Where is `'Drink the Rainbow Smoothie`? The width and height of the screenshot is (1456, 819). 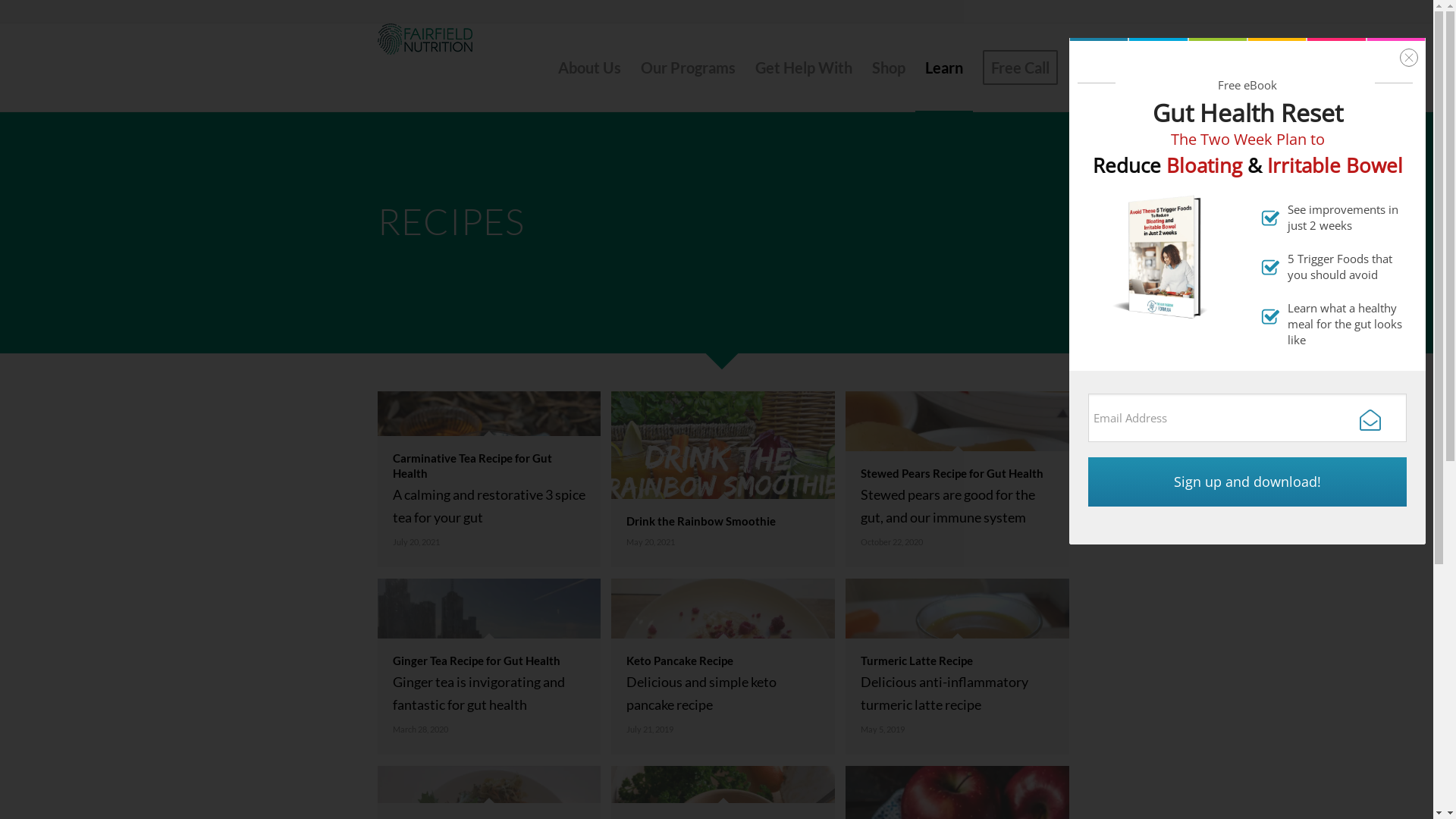 'Drink the Rainbow Smoothie is located at coordinates (728, 485).